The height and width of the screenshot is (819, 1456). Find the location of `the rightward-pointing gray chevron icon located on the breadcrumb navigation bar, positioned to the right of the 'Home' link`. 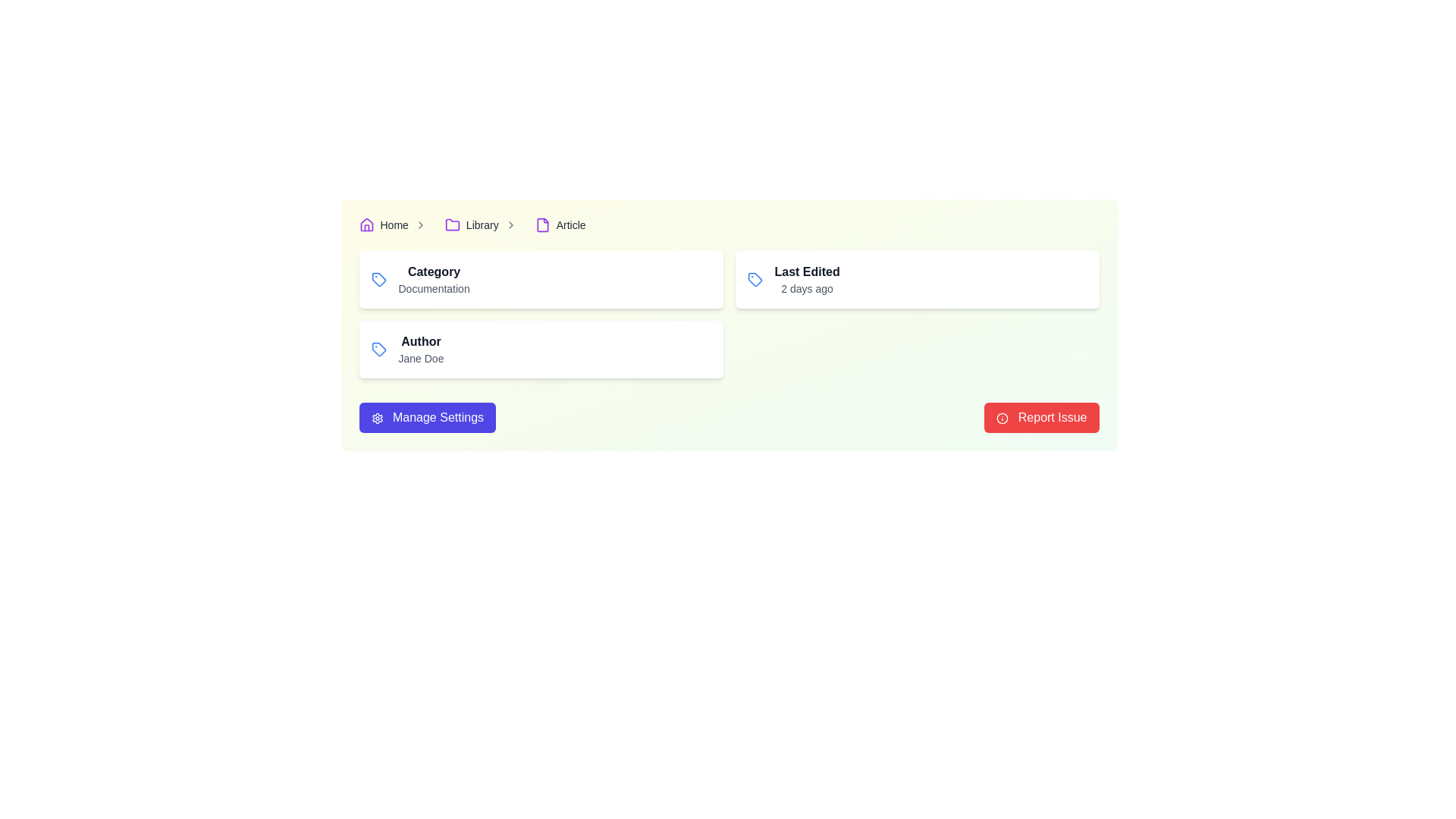

the rightward-pointing gray chevron icon located on the breadcrumb navigation bar, positioned to the right of the 'Home' link is located at coordinates (420, 225).